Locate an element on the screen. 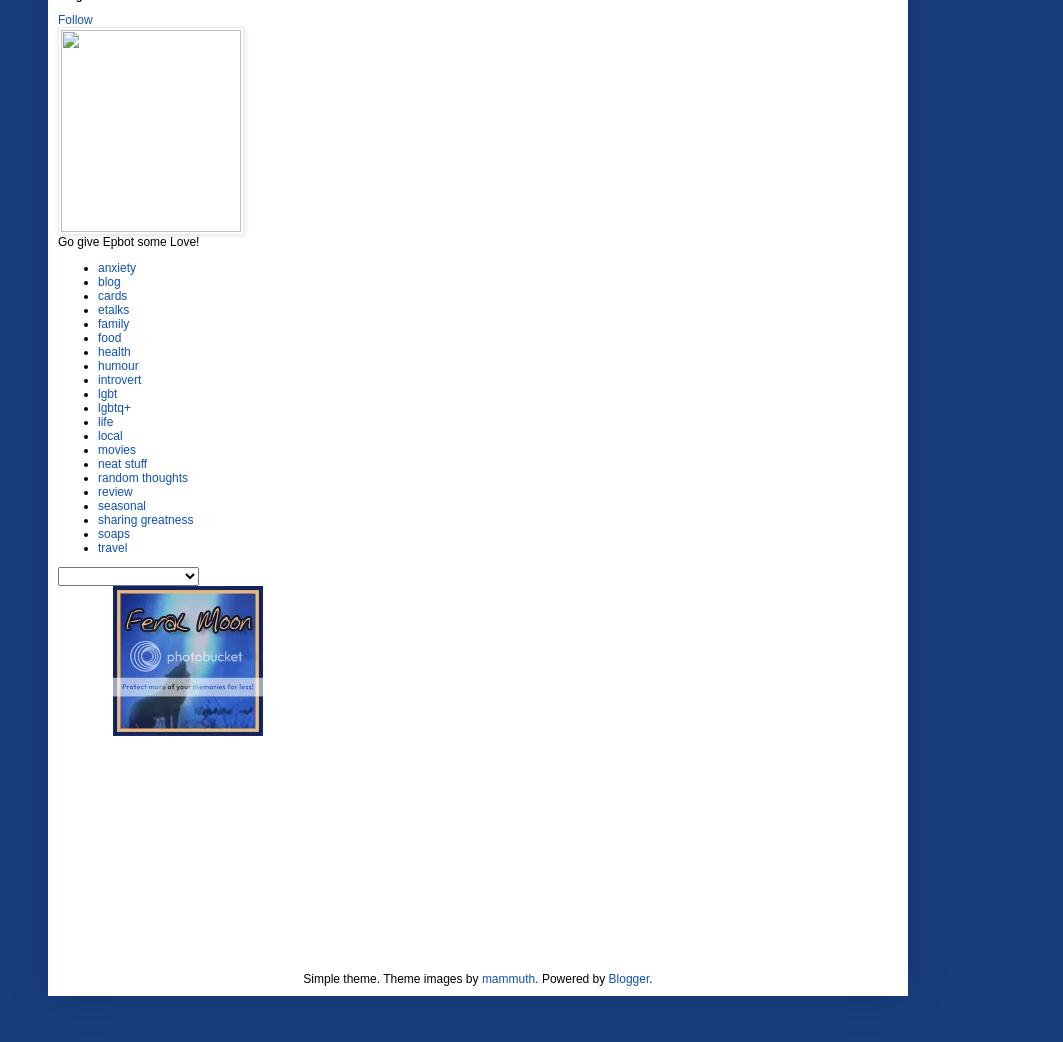  'mammuth' is located at coordinates (508, 978).